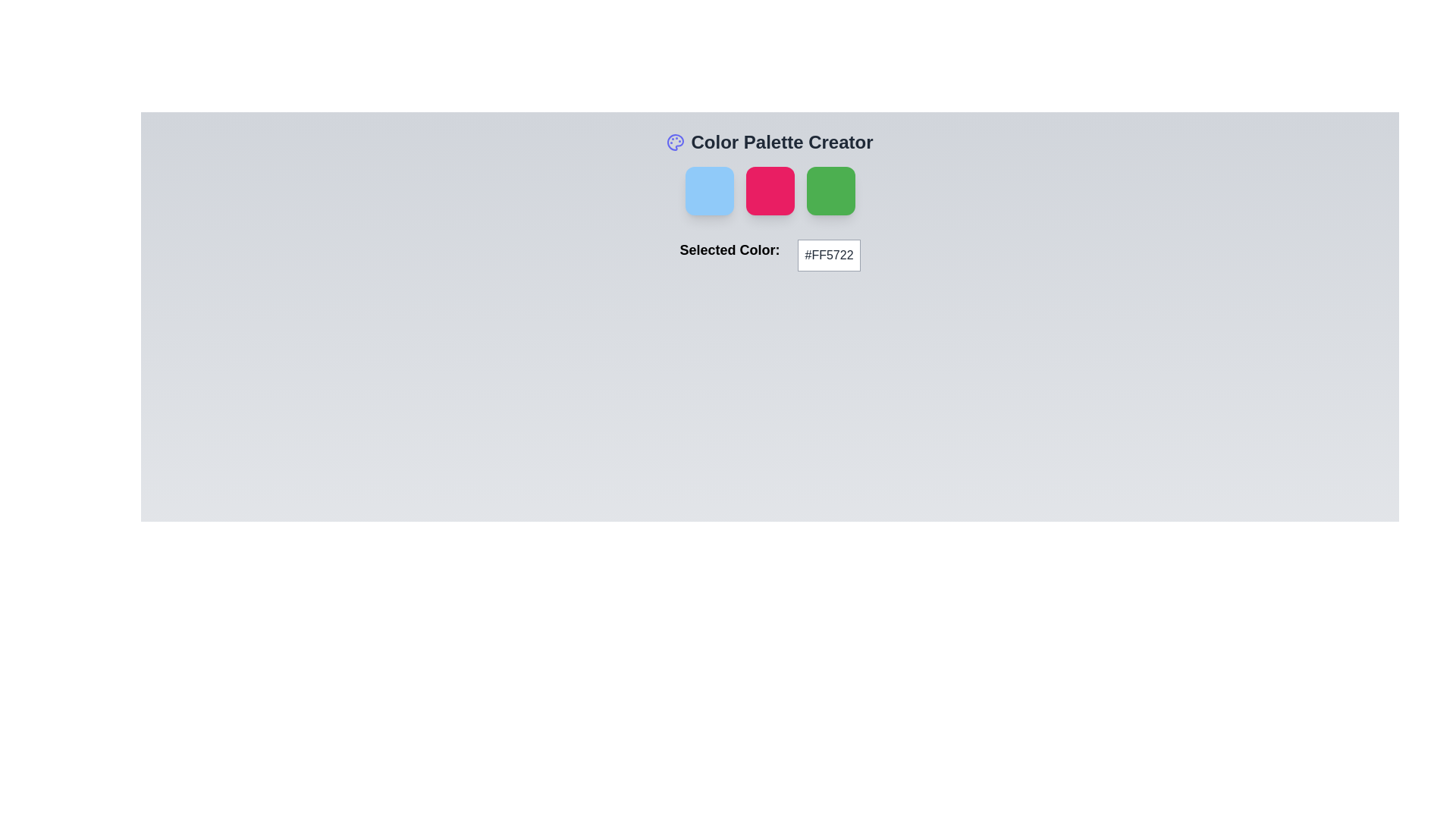 This screenshot has width=1456, height=819. I want to click on the 'Color Palette Creator' text with icon element, which features a bold title and an indigo palette icon, so click(770, 143).